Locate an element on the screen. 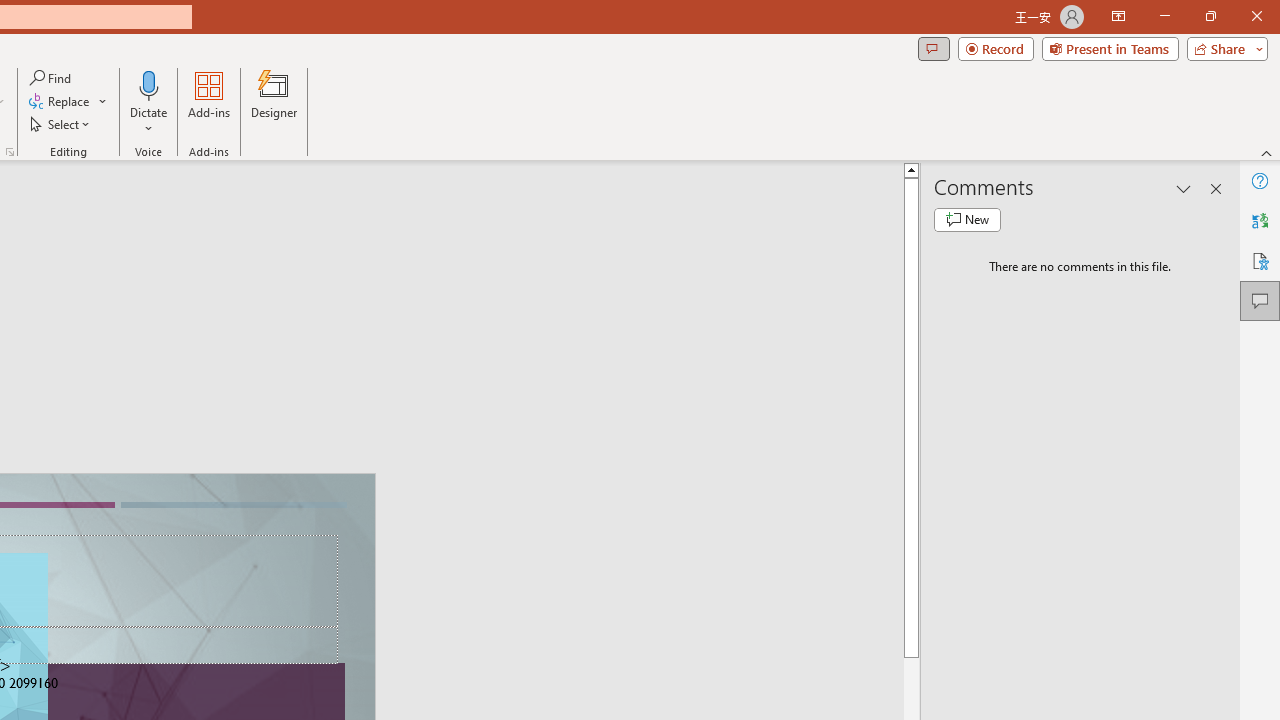 The width and height of the screenshot is (1280, 720). 'Dictate' is located at coordinates (148, 103).